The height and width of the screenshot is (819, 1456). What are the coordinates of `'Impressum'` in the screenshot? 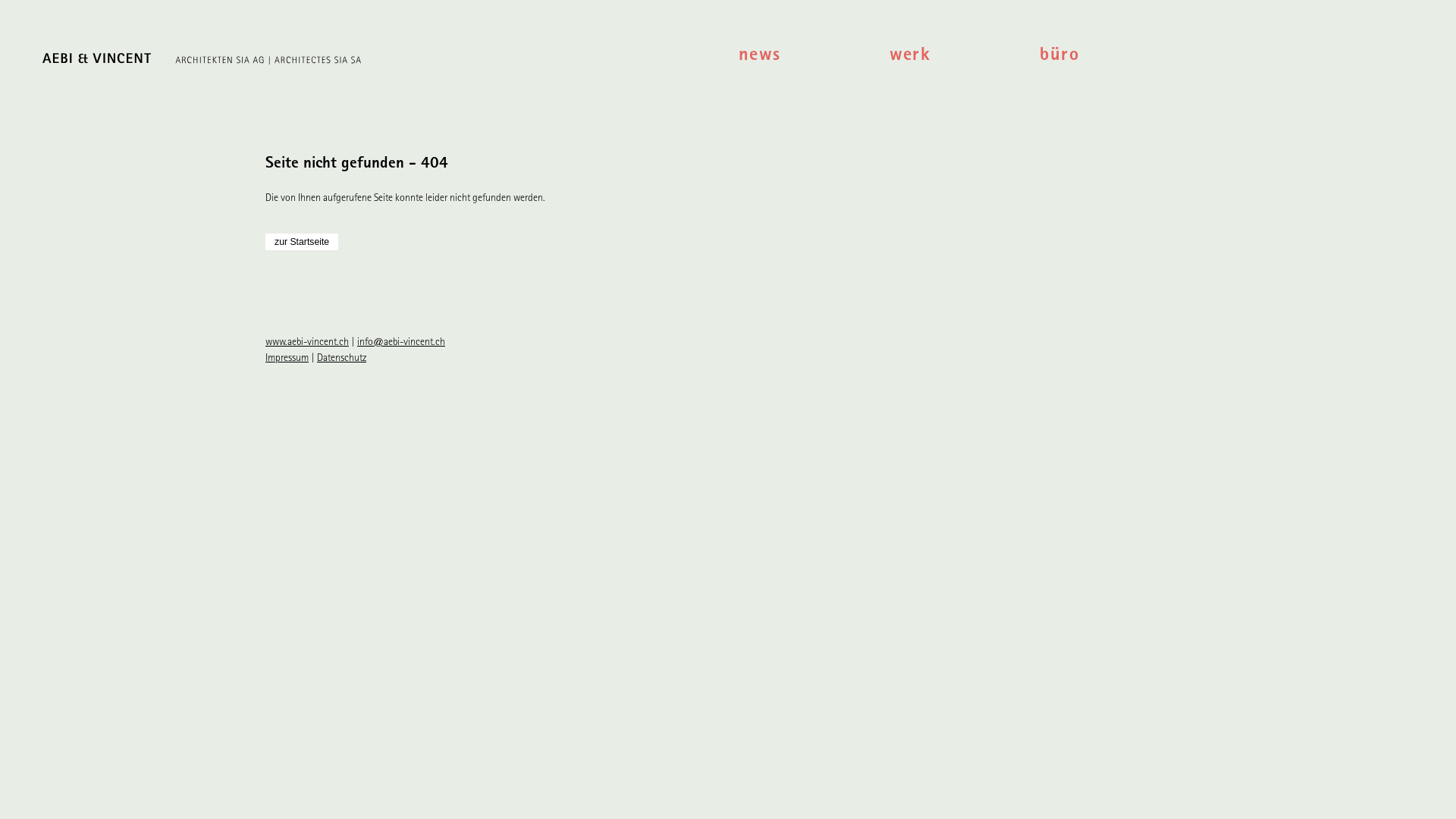 It's located at (287, 359).